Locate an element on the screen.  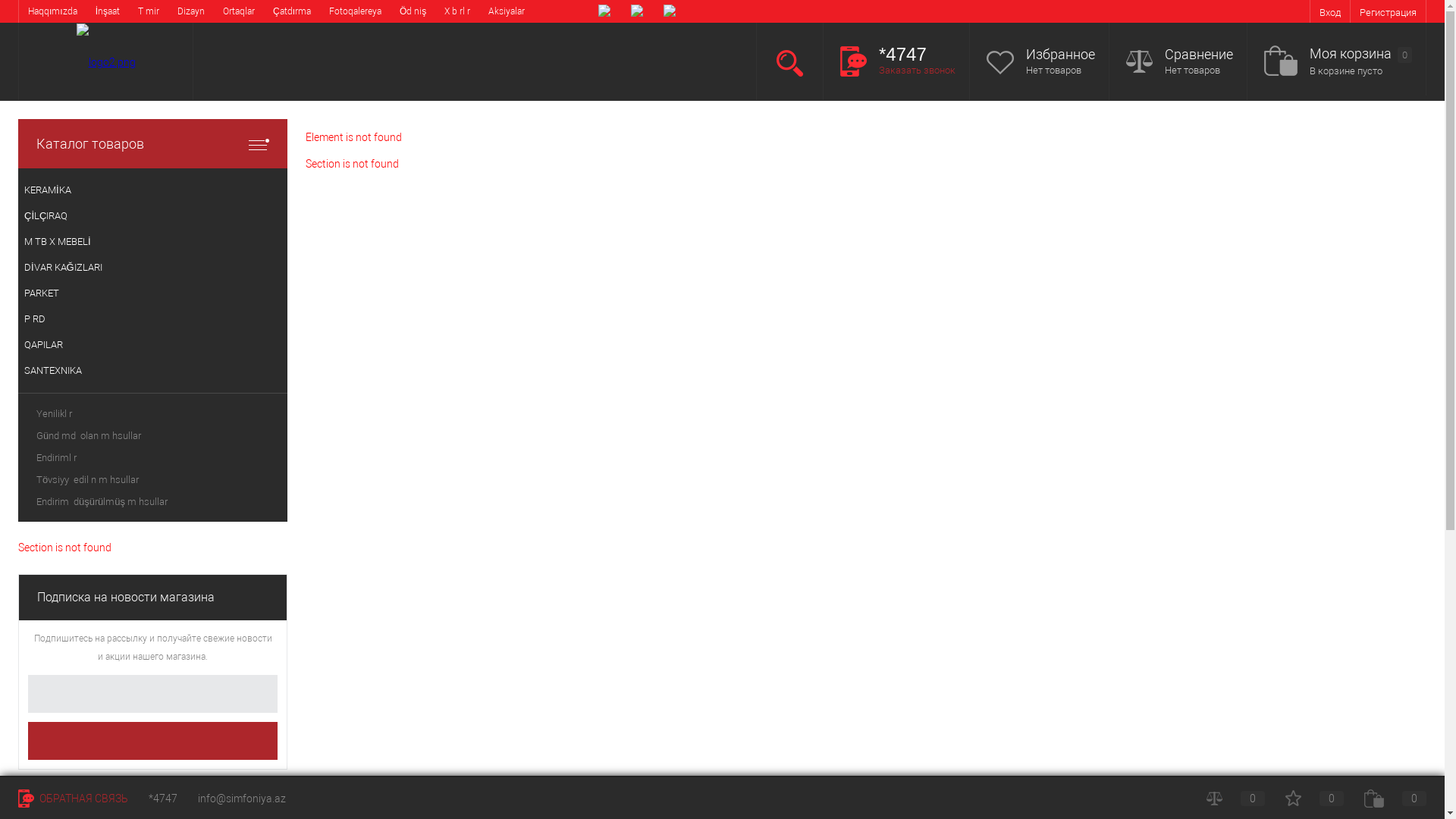
'logo2.png' is located at coordinates (75, 61).